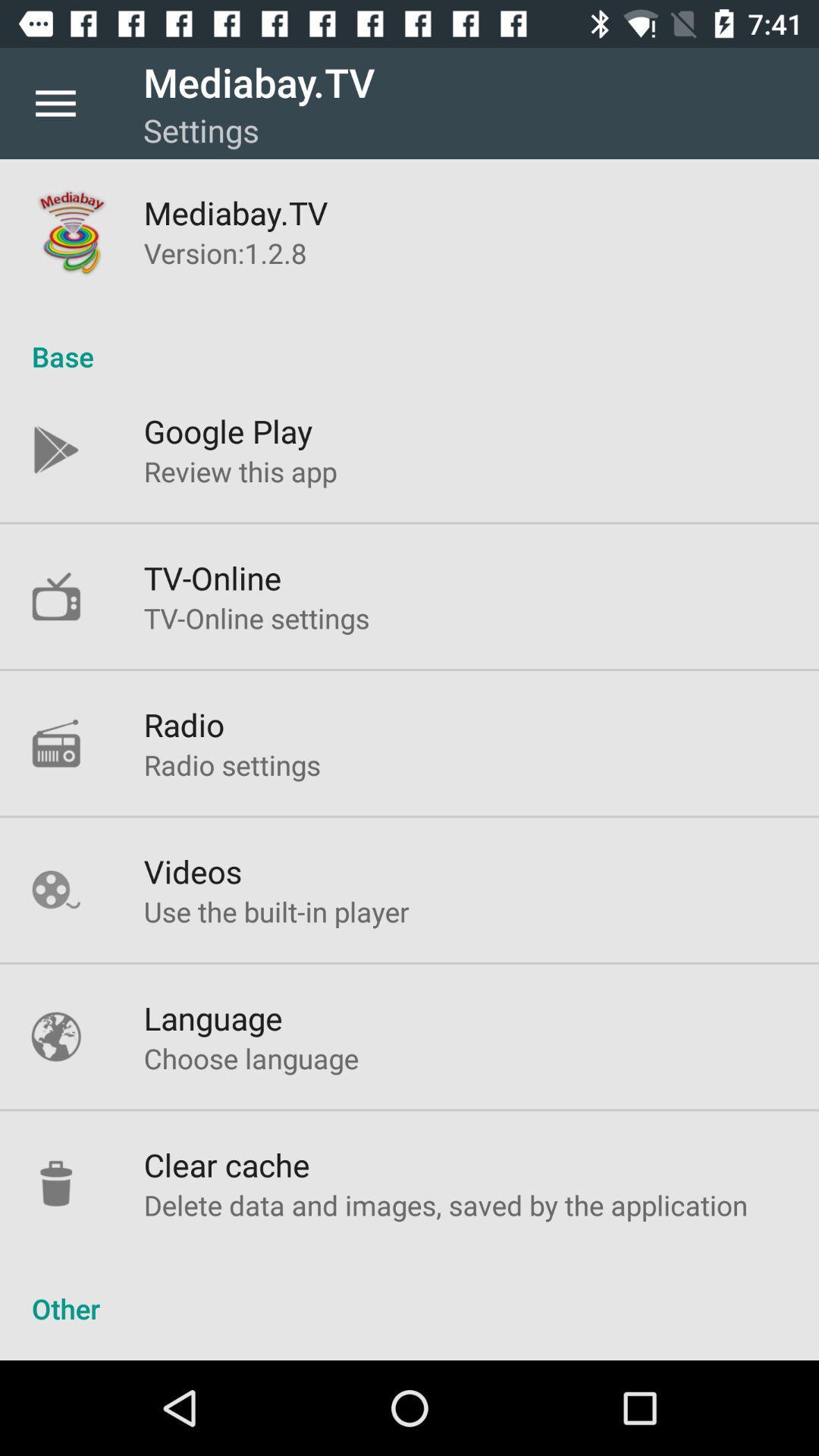  Describe the element at coordinates (240, 470) in the screenshot. I see `the item above tv-online icon` at that location.